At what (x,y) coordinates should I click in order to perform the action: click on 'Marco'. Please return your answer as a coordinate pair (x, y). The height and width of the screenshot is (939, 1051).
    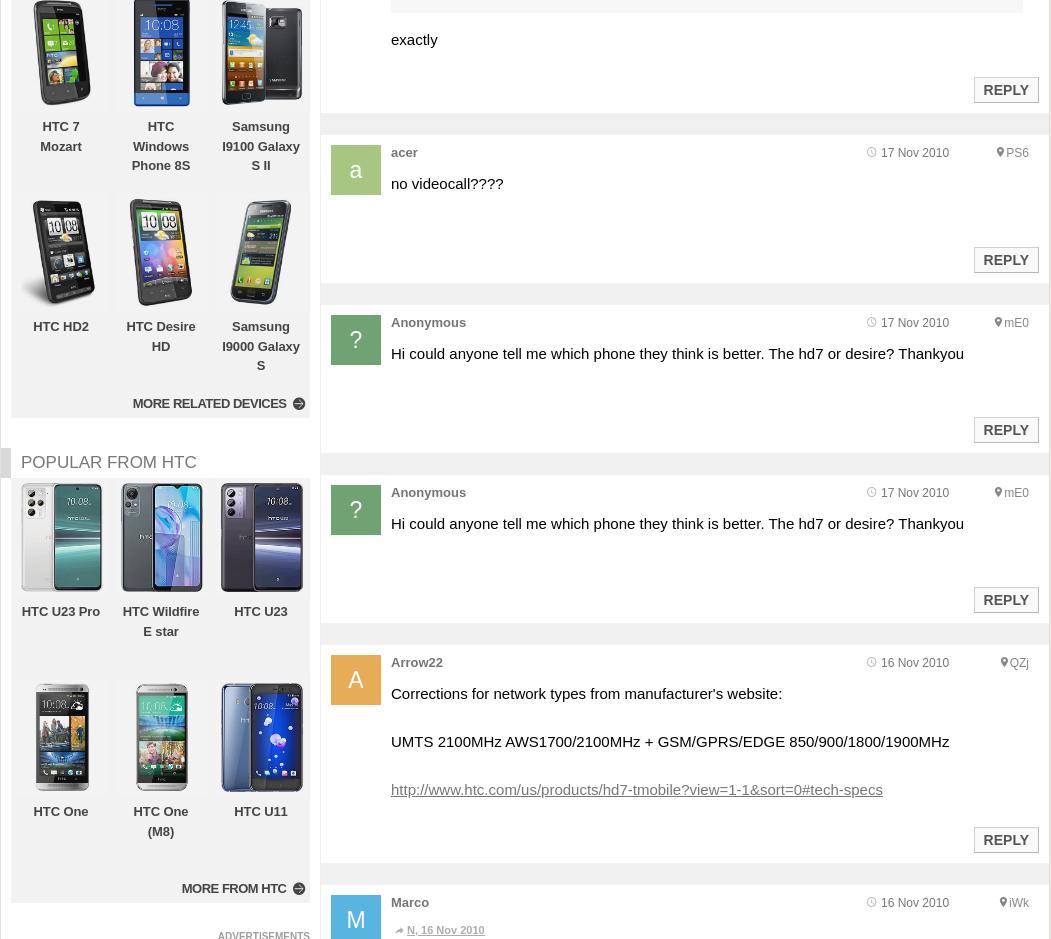
    Looking at the image, I should click on (409, 901).